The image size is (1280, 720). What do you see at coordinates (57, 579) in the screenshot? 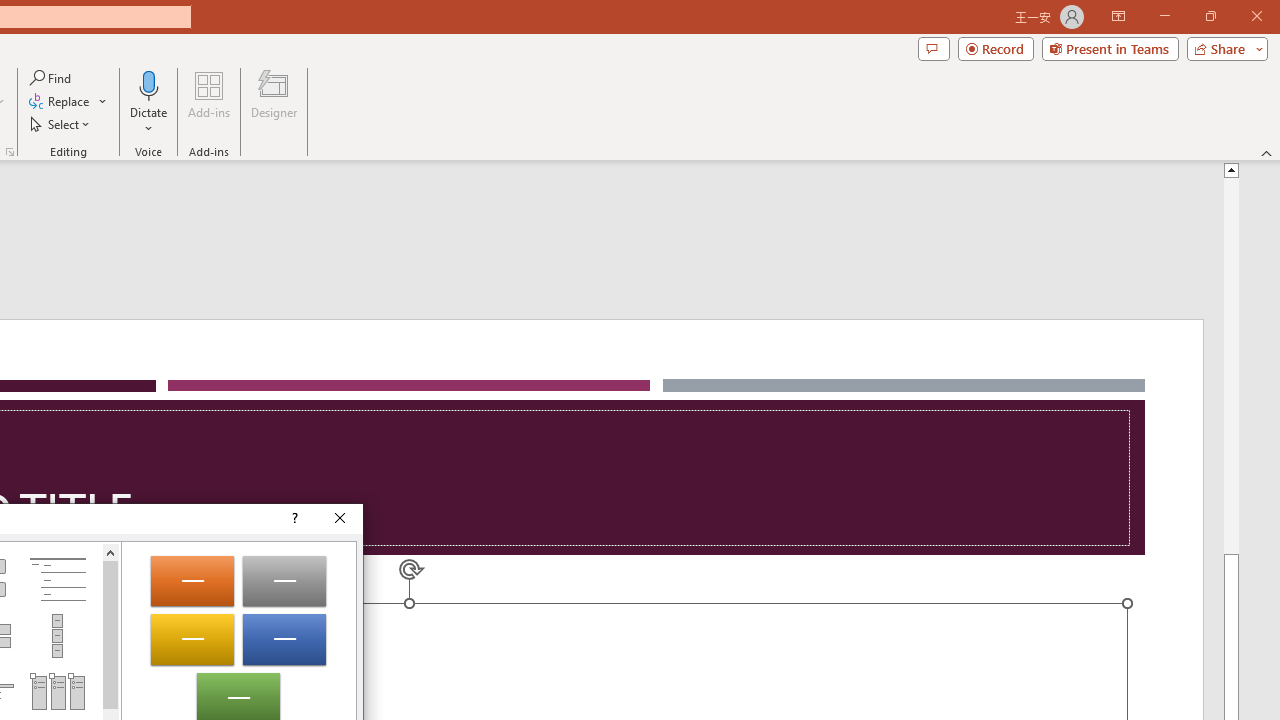
I see `'Lined List'` at bounding box center [57, 579].